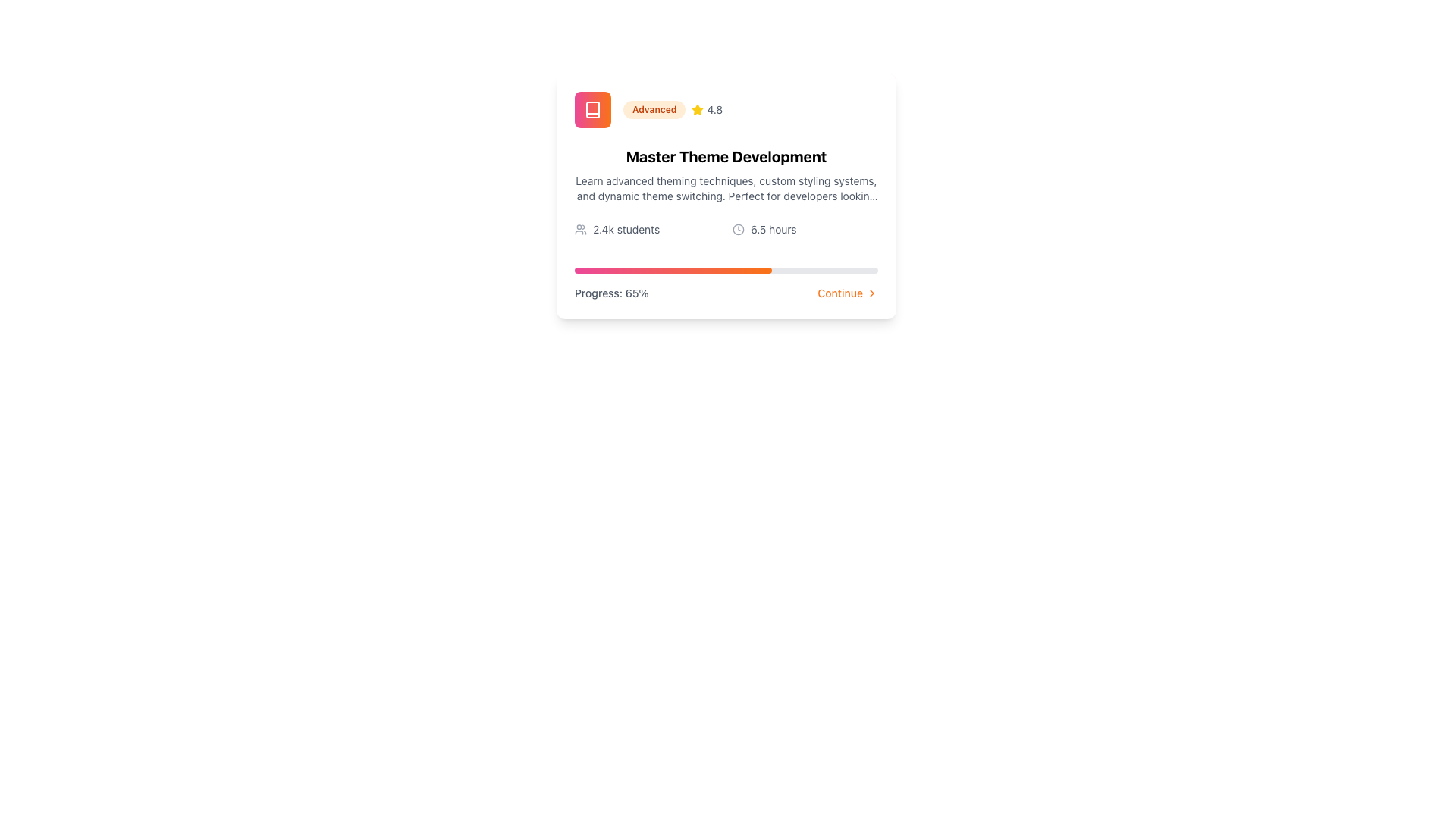 The image size is (1456, 819). Describe the element at coordinates (872, 293) in the screenshot. I see `the orange rightward-pointing chevron icon located to the right of the 'Continue' text` at that location.